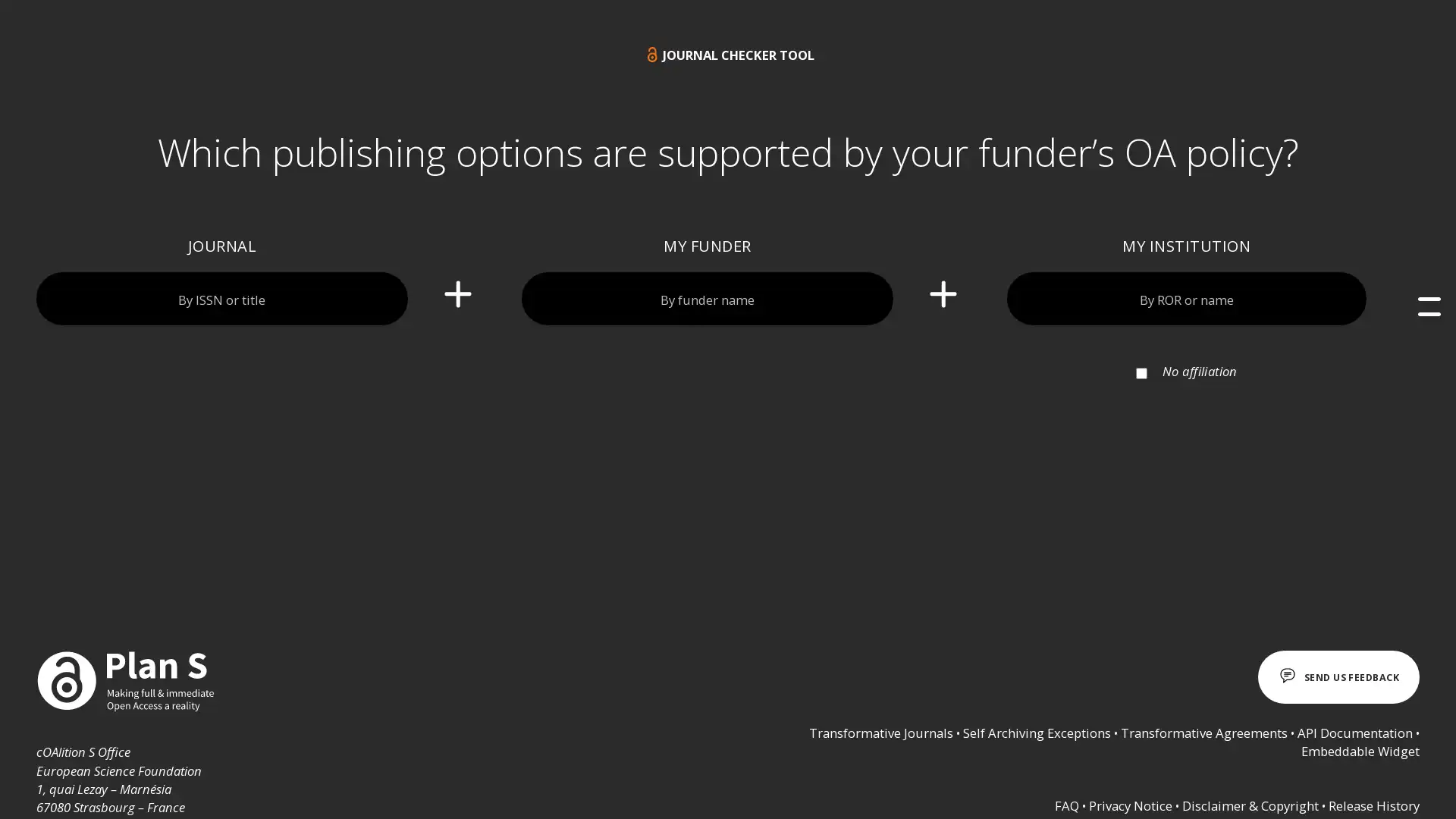 The height and width of the screenshot is (819, 1456). I want to click on SEND US FEEDBACK, so click(1330, 676).